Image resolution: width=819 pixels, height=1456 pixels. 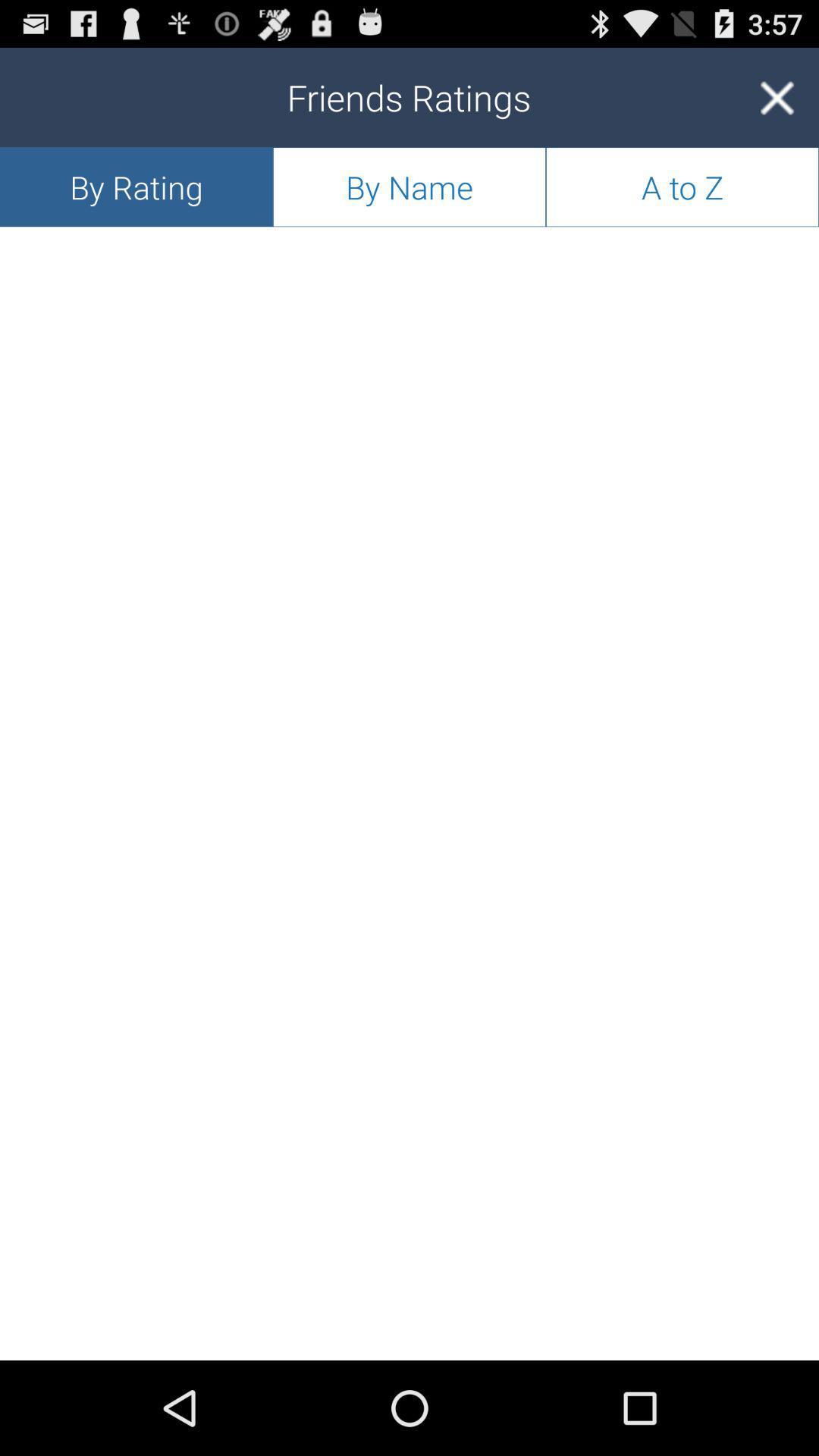 I want to click on the item above a to z, so click(x=777, y=96).